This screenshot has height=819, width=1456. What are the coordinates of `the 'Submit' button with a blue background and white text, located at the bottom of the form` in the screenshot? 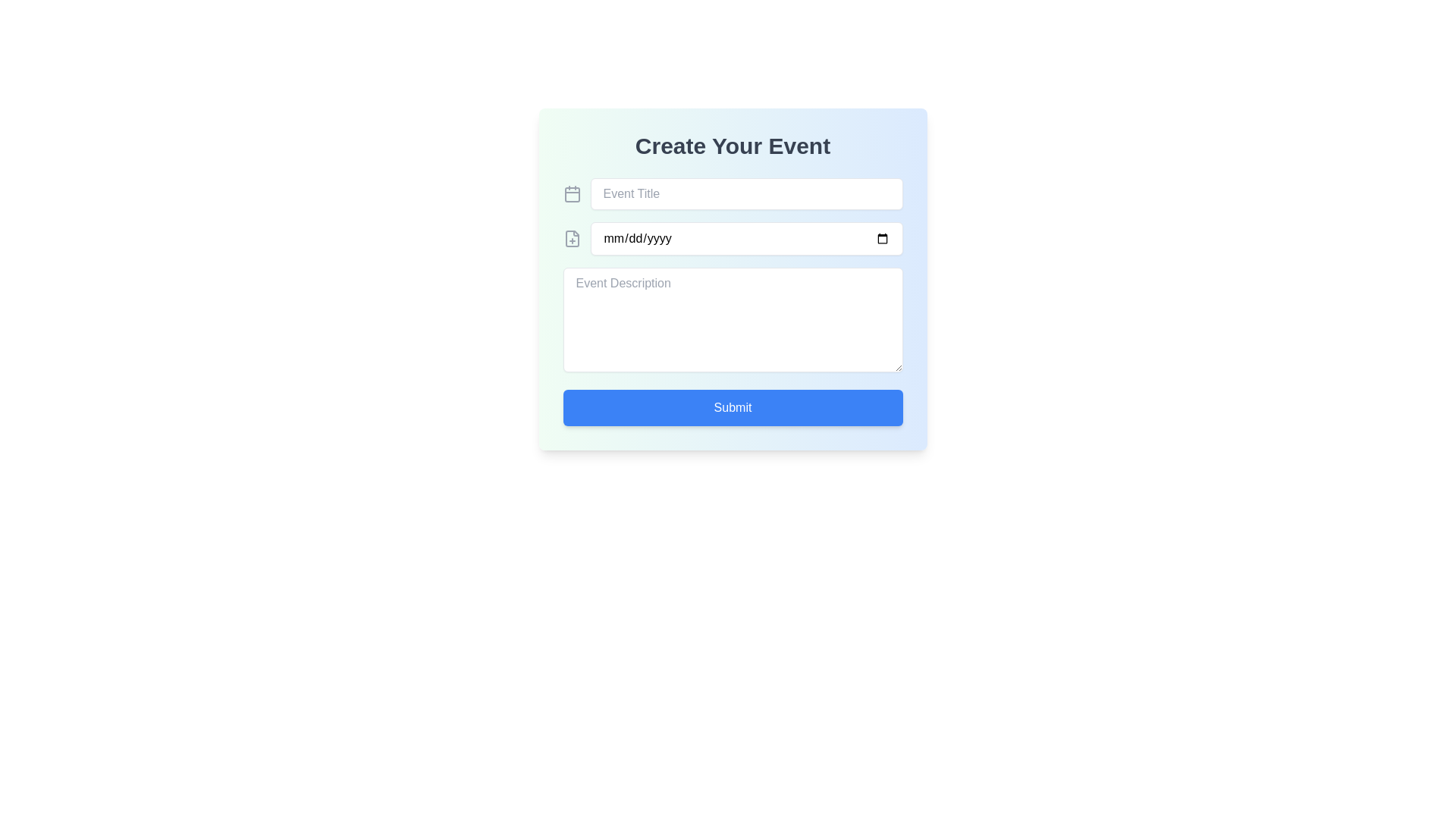 It's located at (733, 406).